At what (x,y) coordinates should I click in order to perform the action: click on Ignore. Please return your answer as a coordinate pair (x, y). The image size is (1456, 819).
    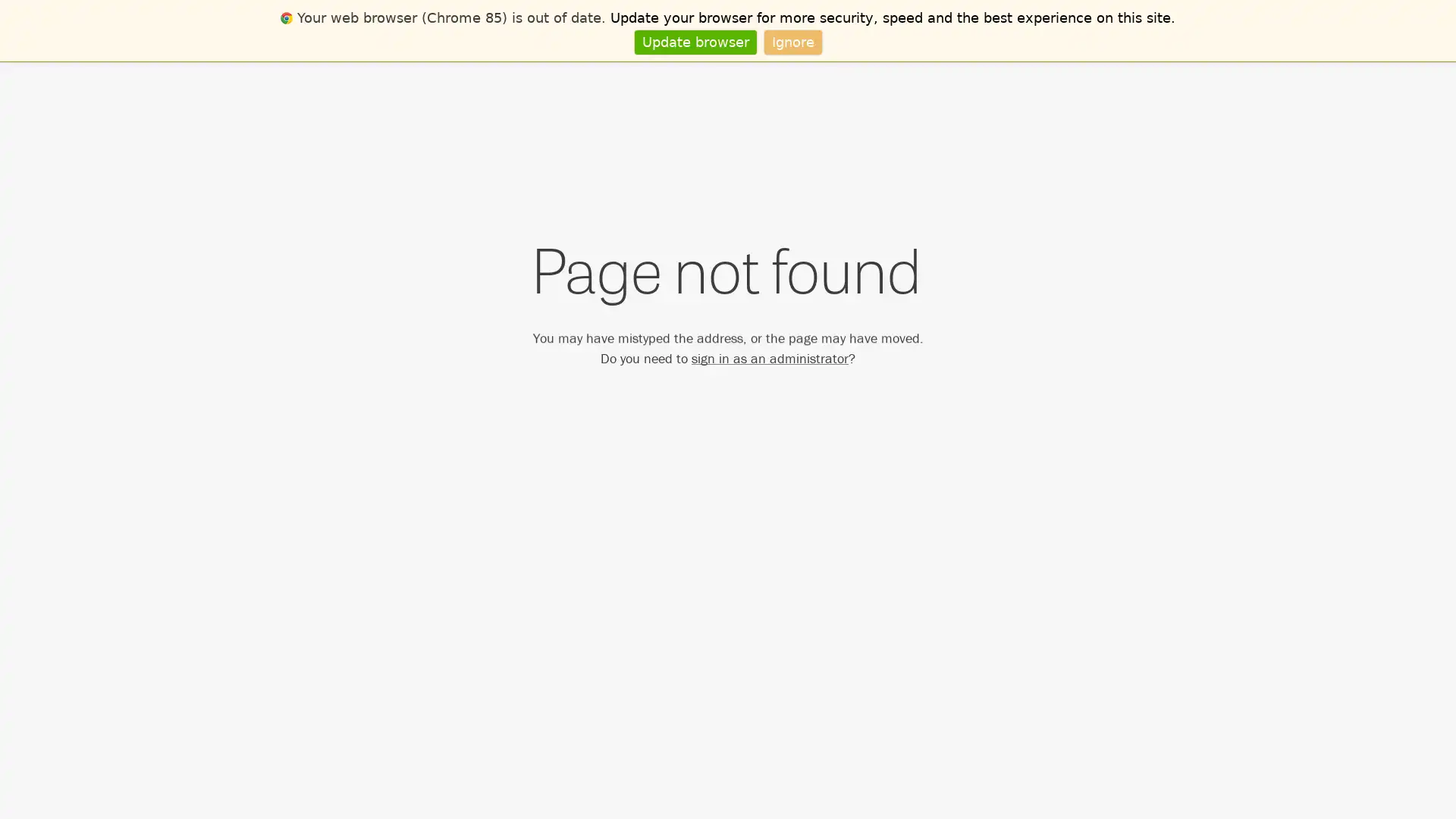
    Looking at the image, I should click on (792, 41).